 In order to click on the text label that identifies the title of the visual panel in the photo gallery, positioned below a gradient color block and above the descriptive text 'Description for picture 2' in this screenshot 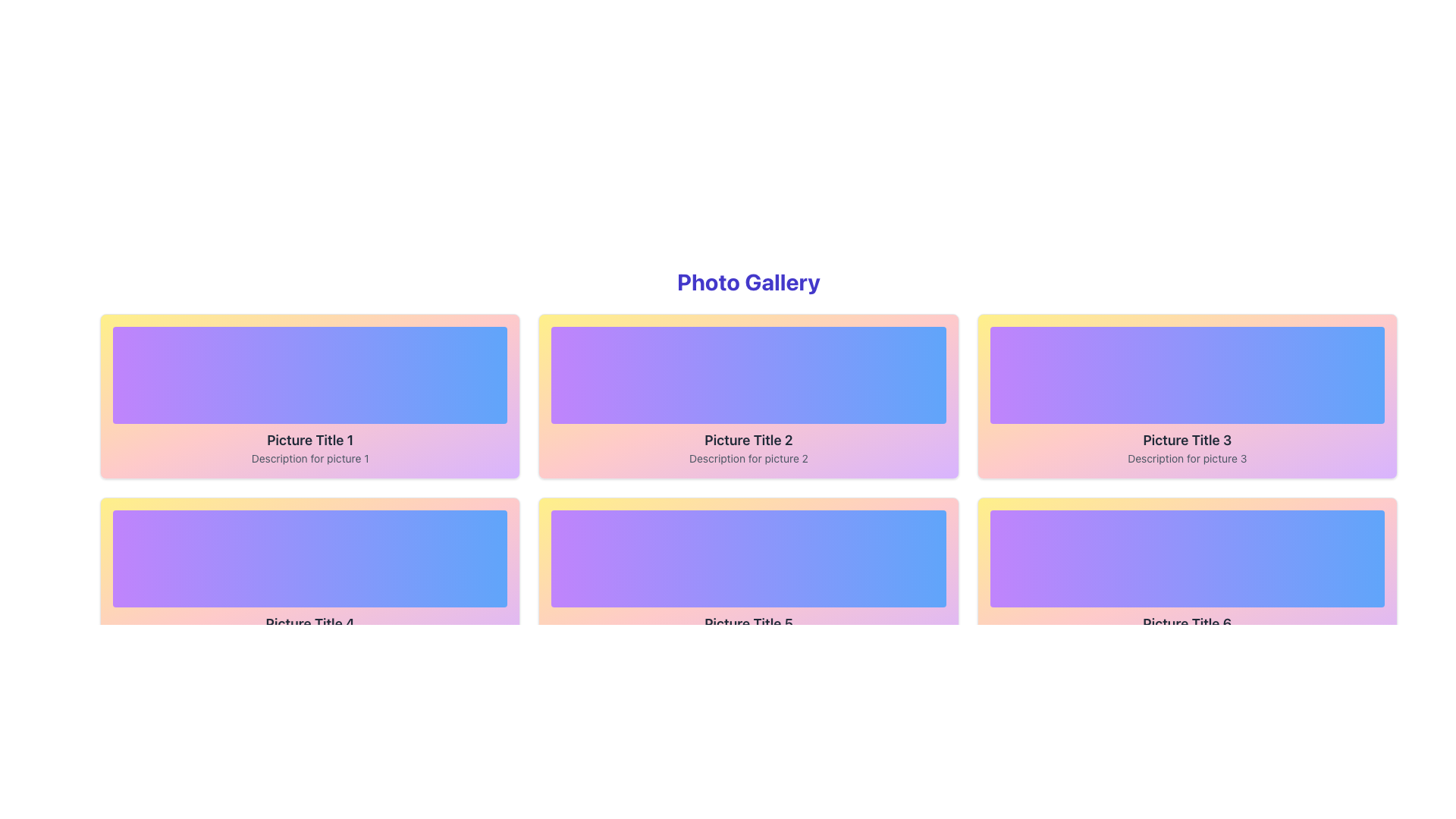, I will do `click(748, 441)`.